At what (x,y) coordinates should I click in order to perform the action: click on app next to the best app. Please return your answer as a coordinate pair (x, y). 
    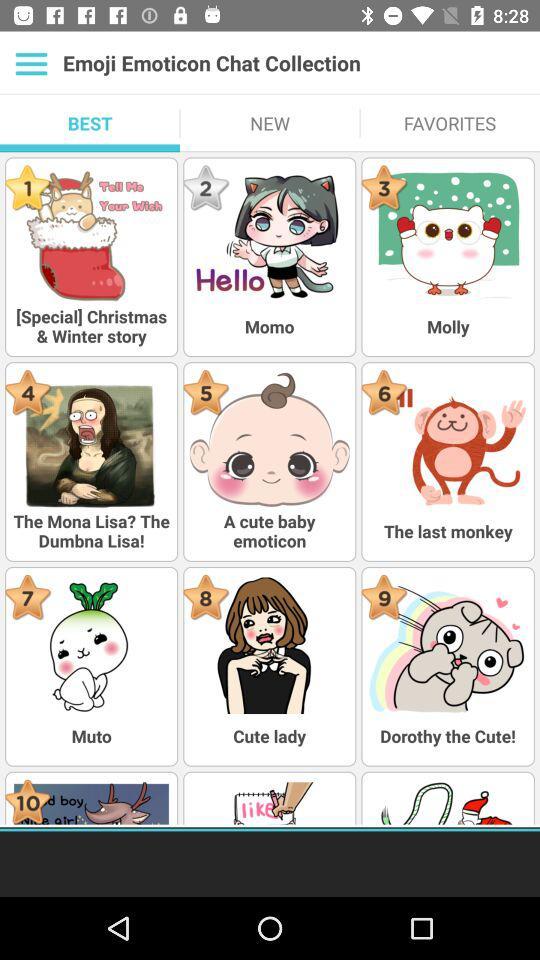
    Looking at the image, I should click on (270, 122).